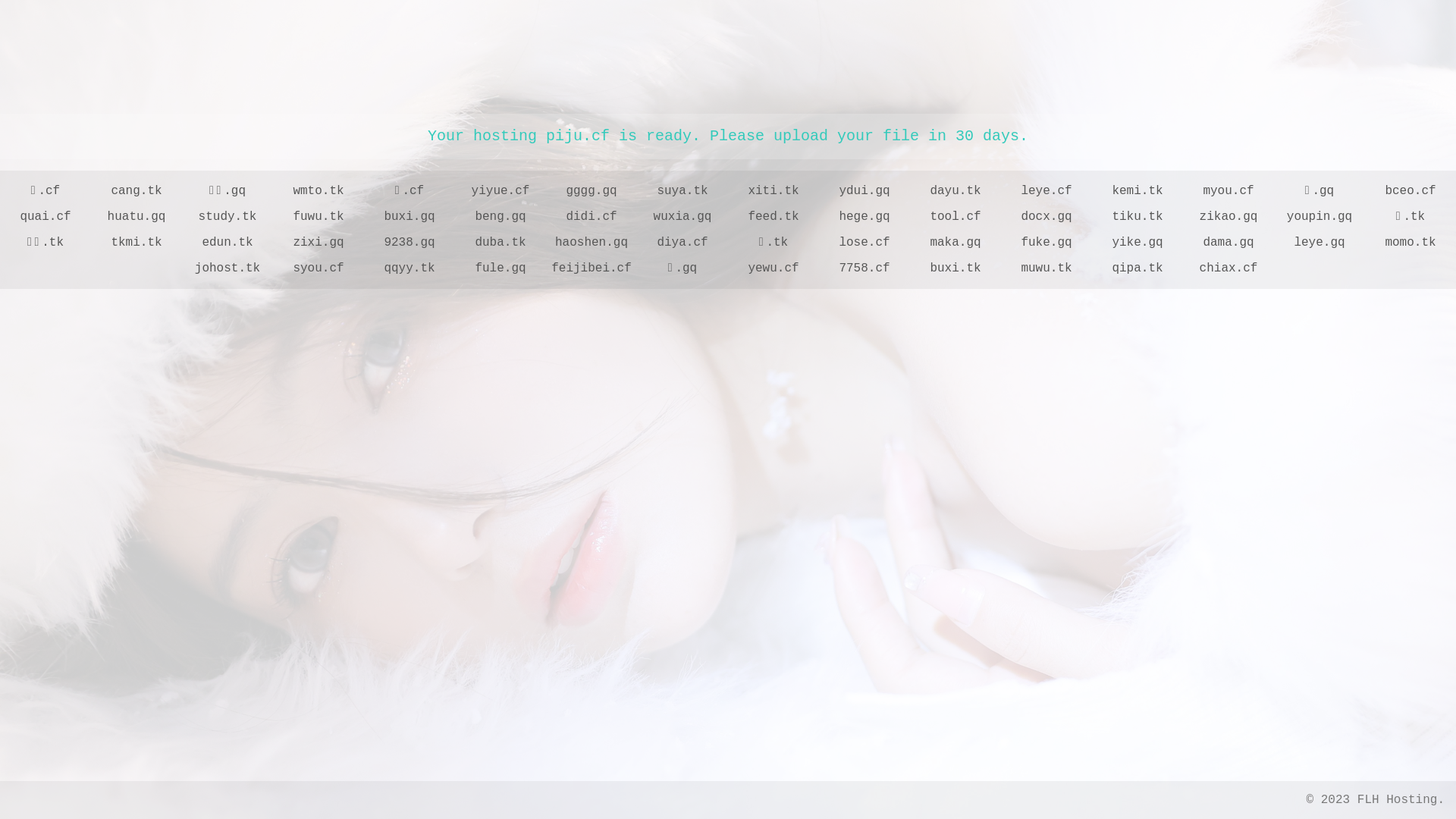 The width and height of the screenshot is (1456, 819). I want to click on 'fuke.gq', so click(1046, 242).